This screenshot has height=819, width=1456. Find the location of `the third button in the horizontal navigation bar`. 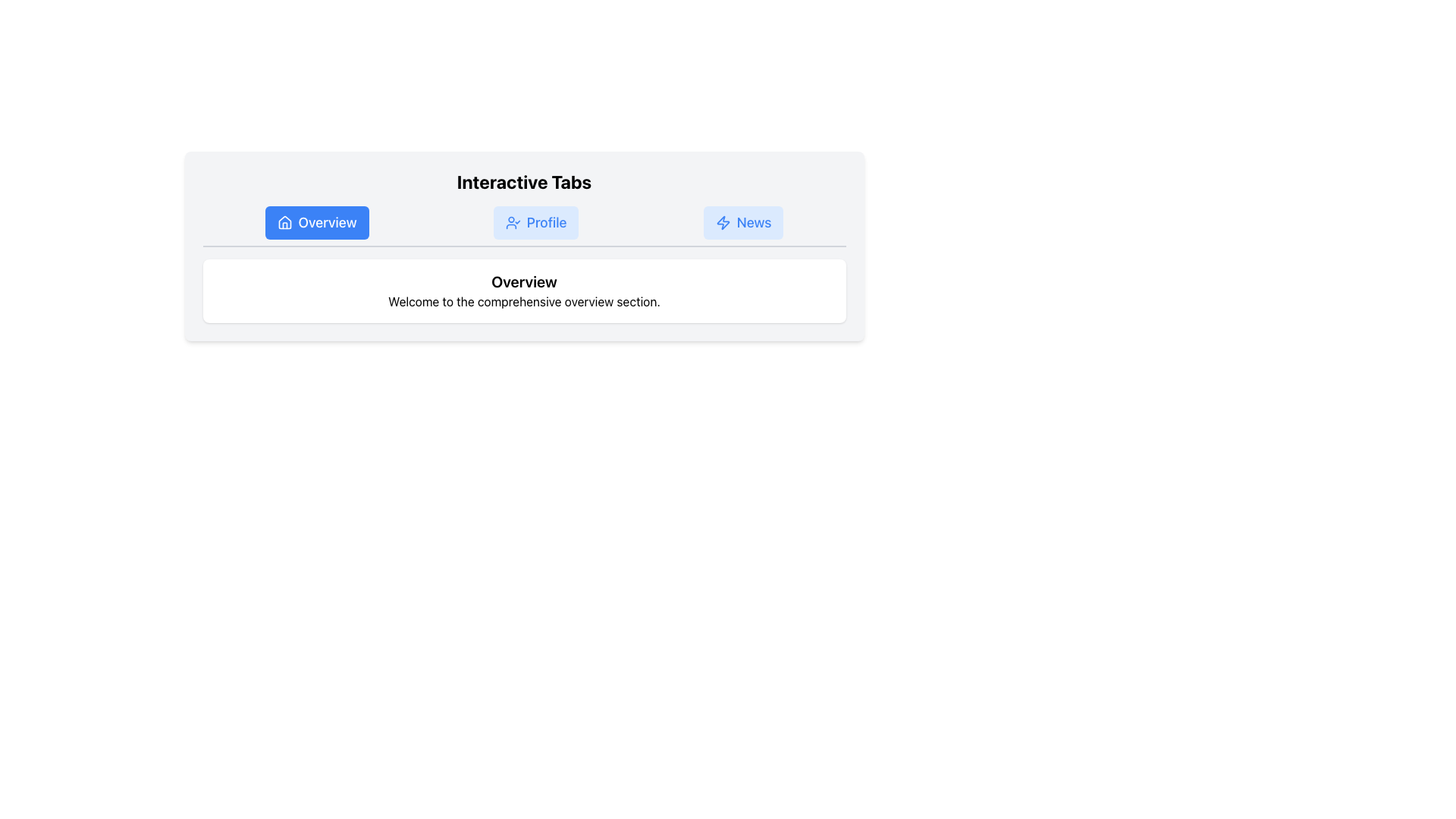

the third button in the horizontal navigation bar is located at coordinates (743, 222).